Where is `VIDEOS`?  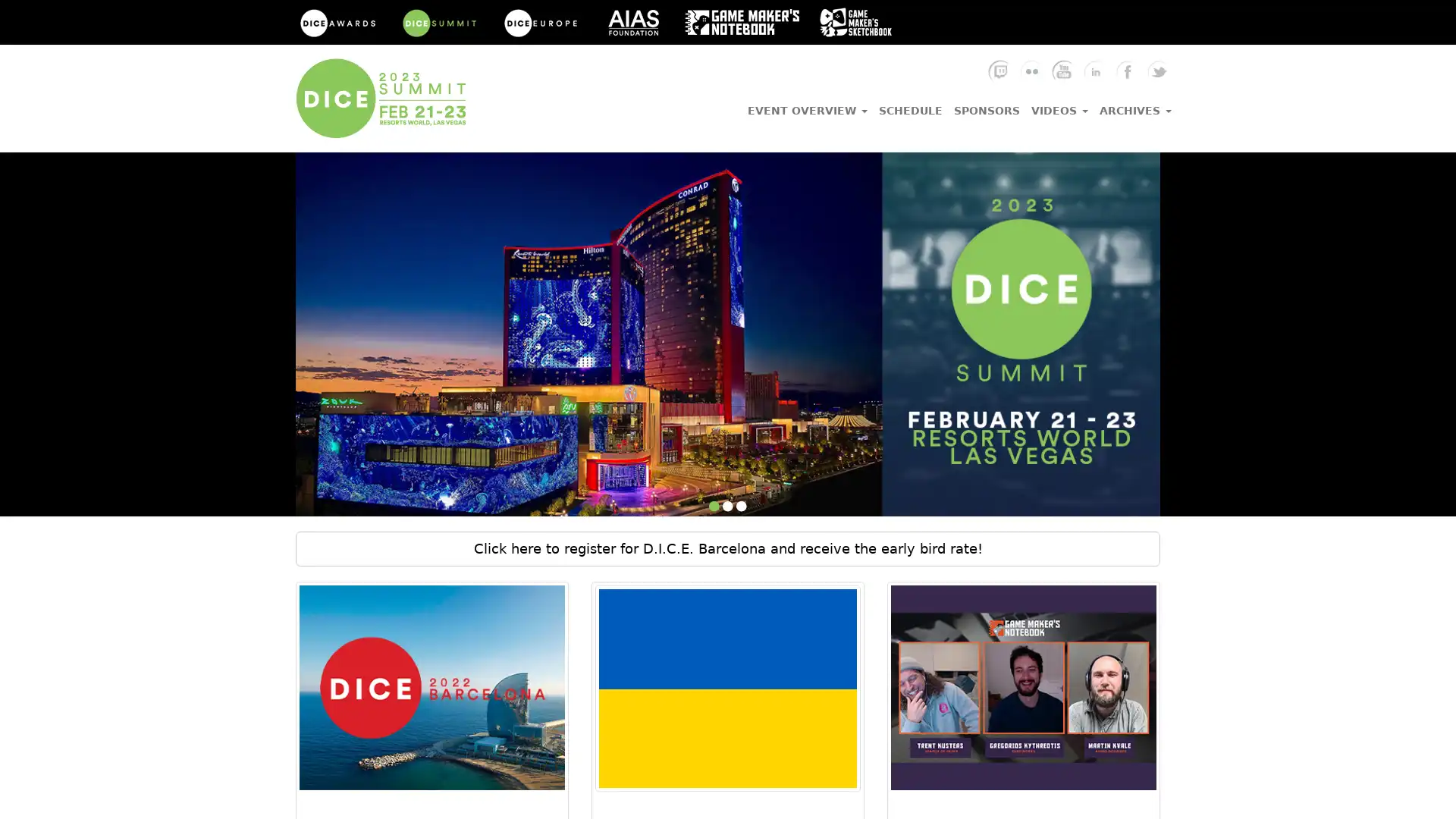
VIDEOS is located at coordinates (1059, 110).